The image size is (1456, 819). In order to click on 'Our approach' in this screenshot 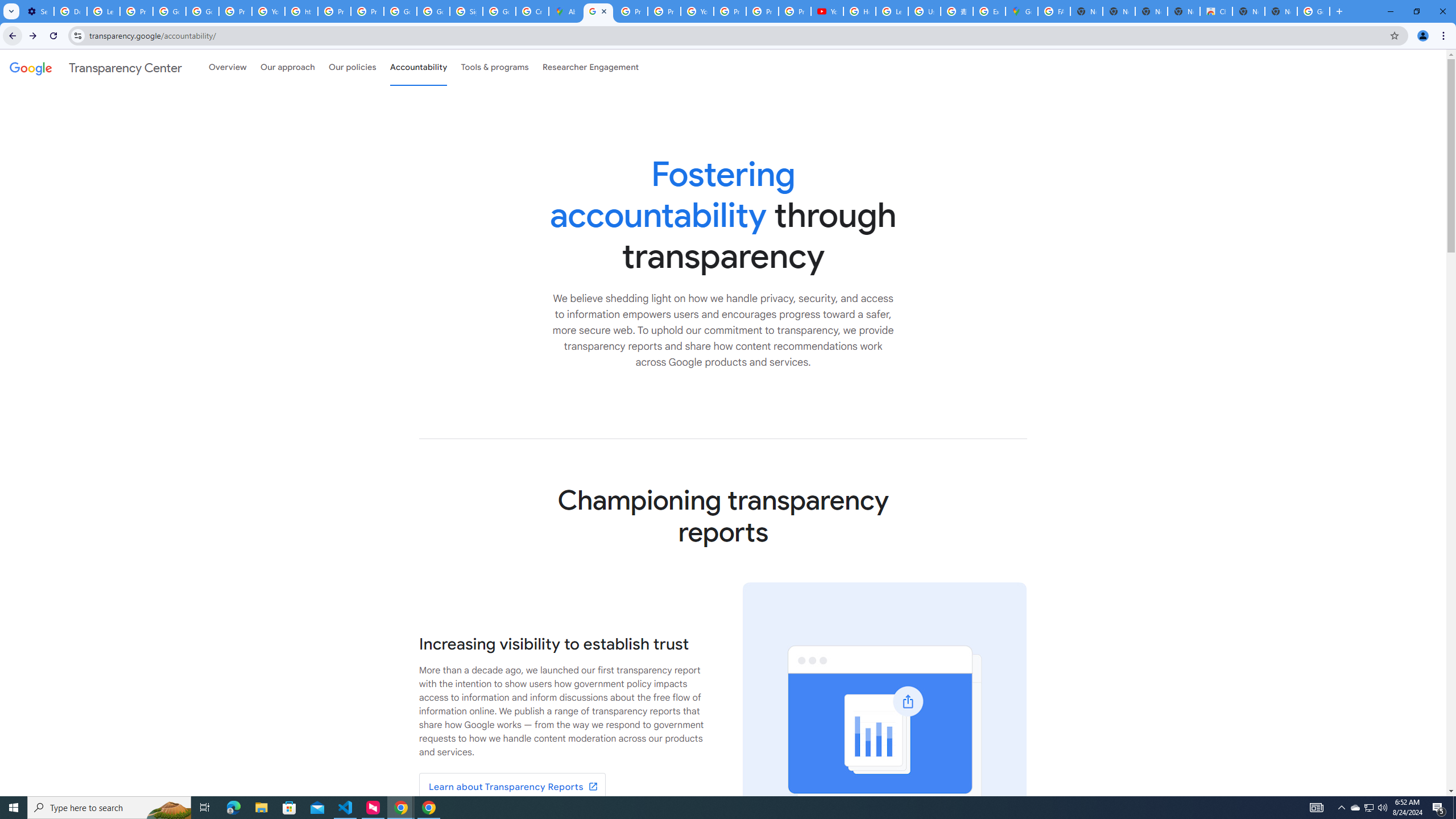, I will do `click(287, 67)`.